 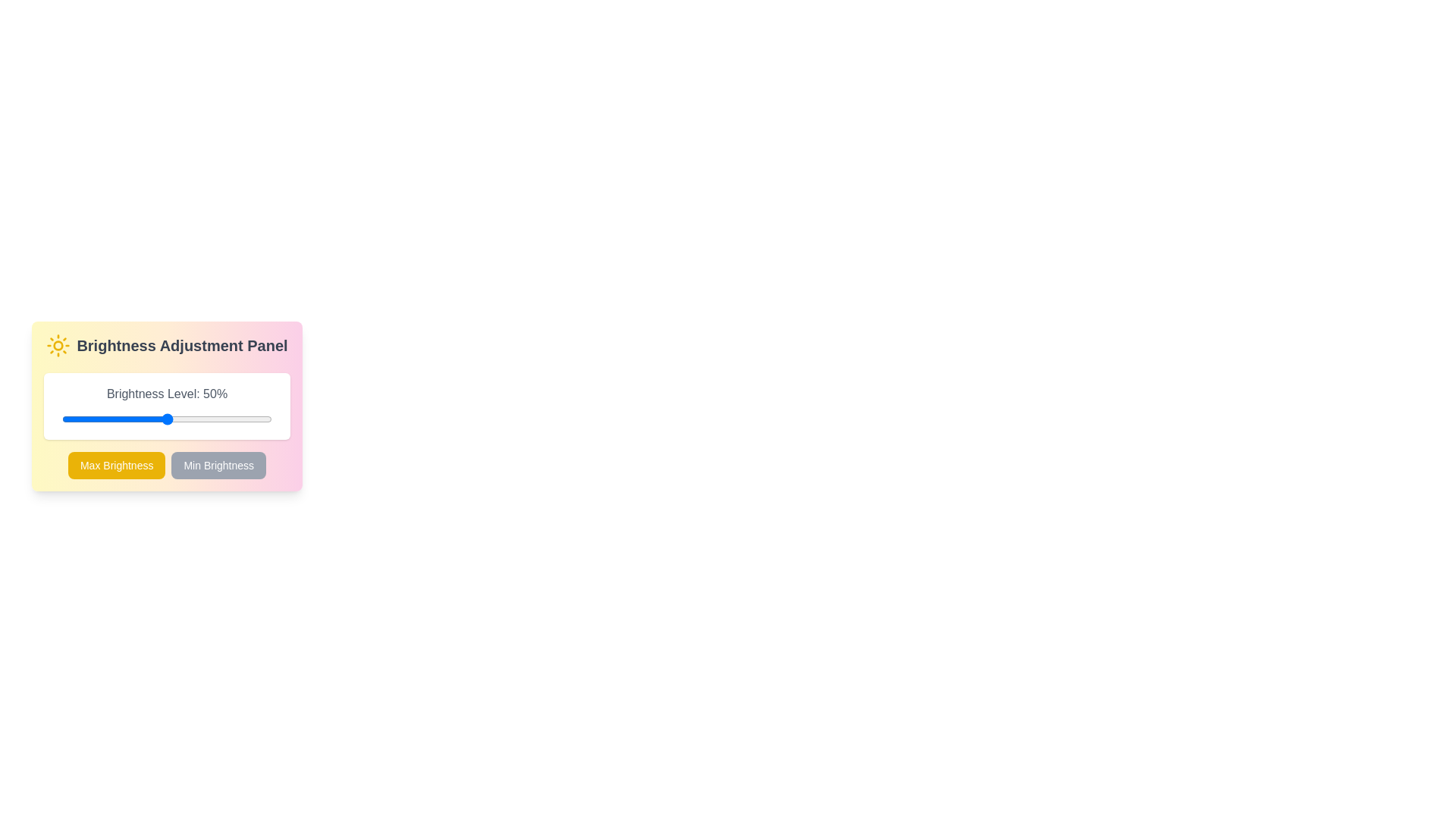 I want to click on the brightness level text to select it, so click(x=167, y=394).